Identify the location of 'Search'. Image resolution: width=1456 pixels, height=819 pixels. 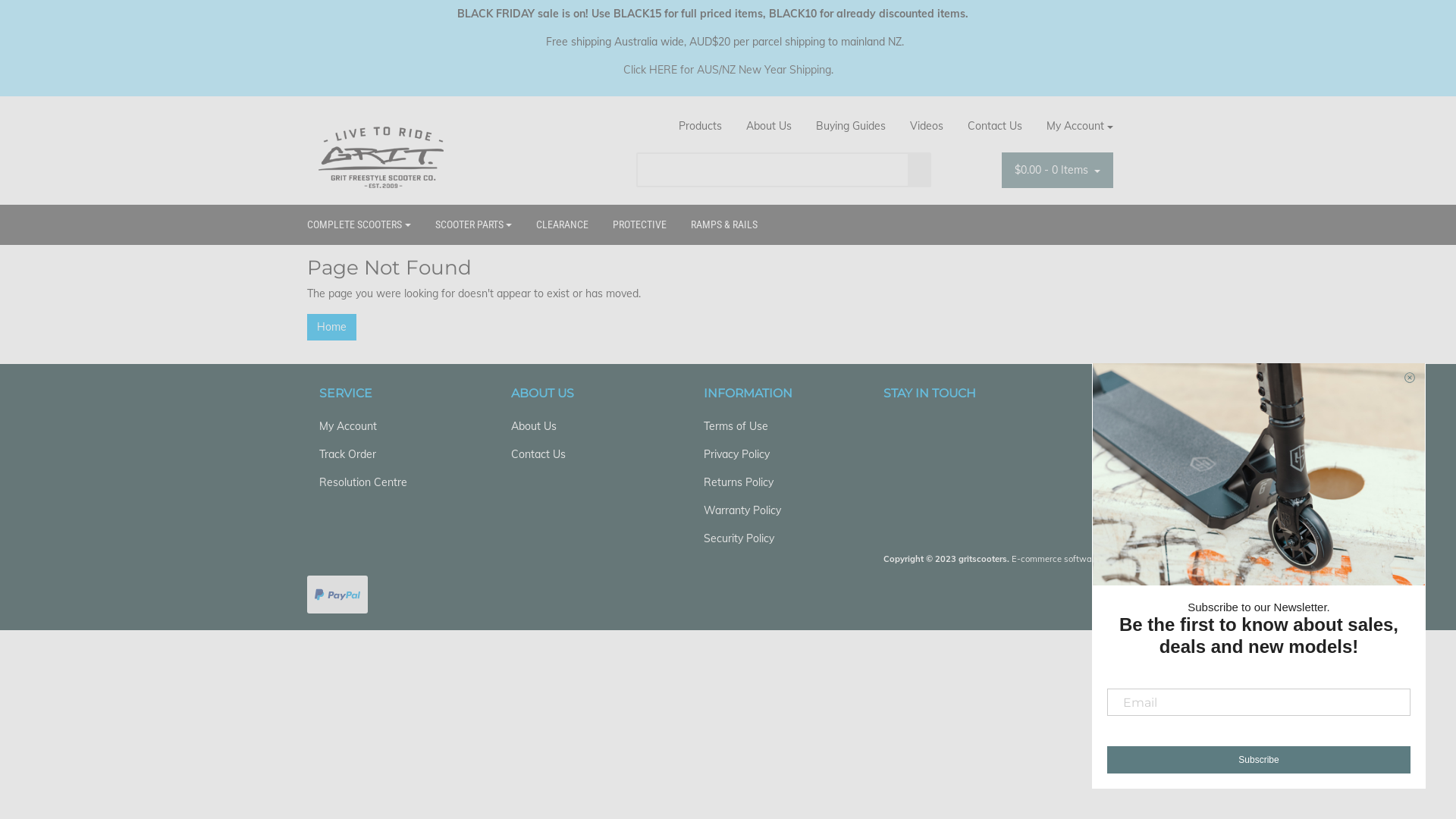
(919, 169).